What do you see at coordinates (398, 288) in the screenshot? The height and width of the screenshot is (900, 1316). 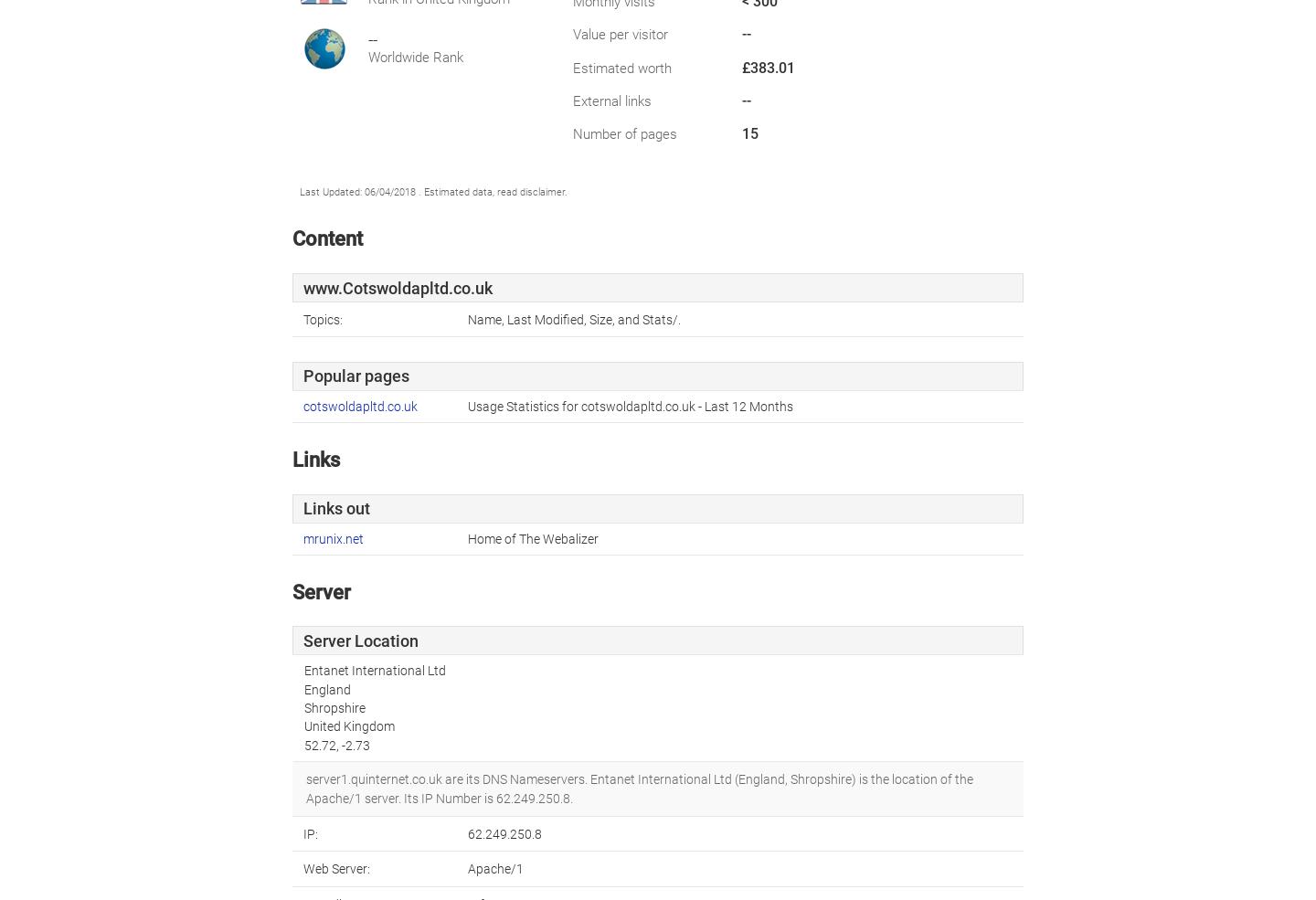 I see `'www.Cotswoldapltd.co.uk'` at bounding box center [398, 288].